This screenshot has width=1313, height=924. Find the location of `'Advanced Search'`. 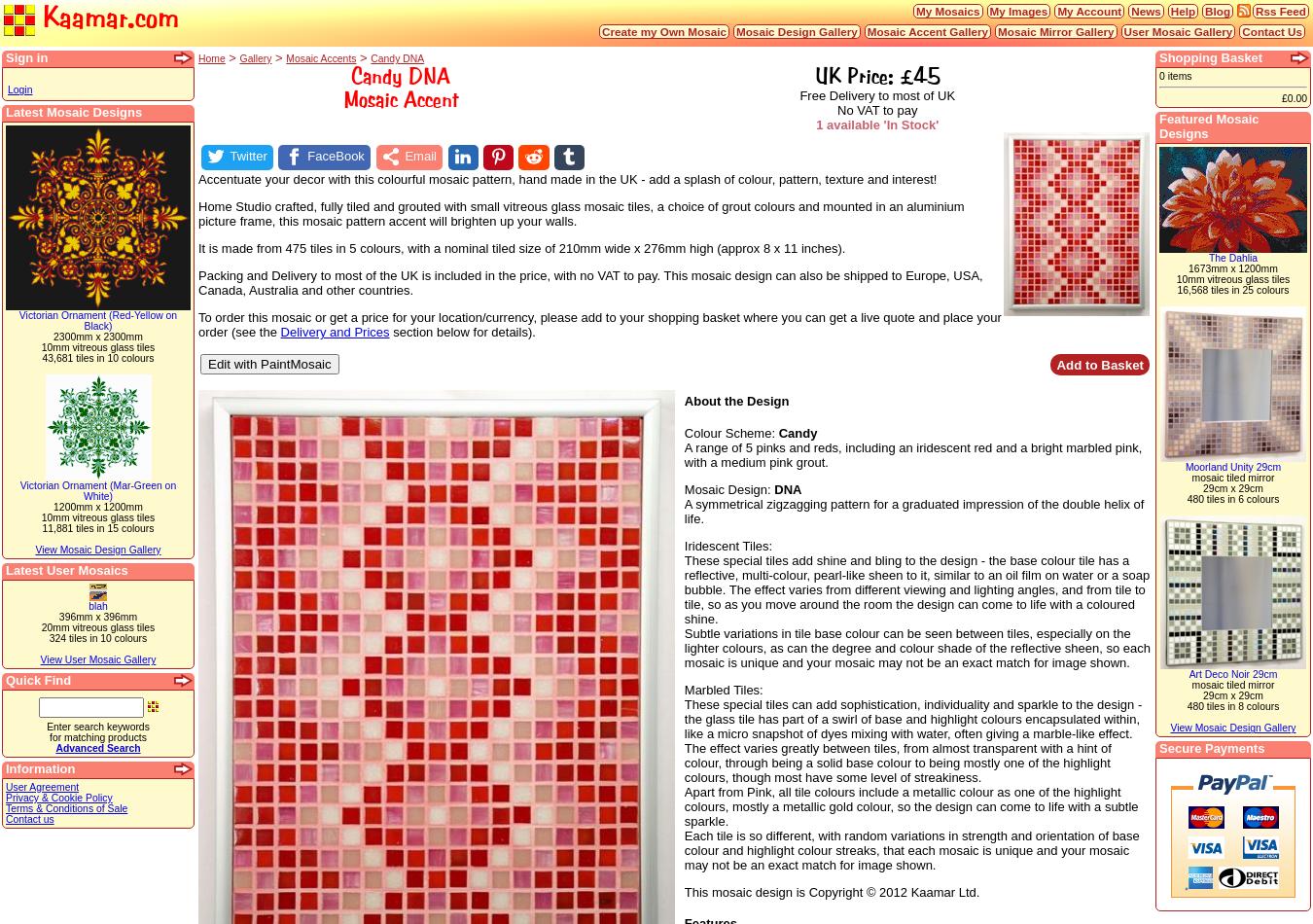

'Advanced Search' is located at coordinates (53, 747).